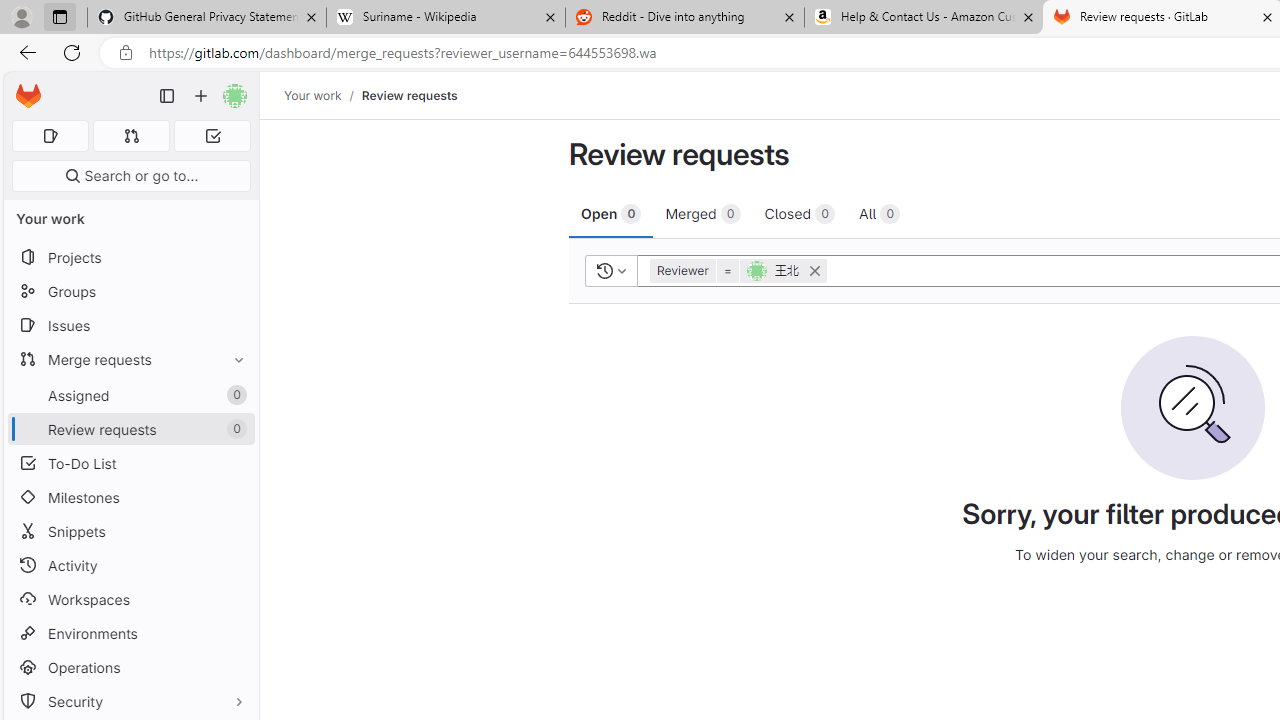  I want to click on 'Review requests', so click(408, 95).